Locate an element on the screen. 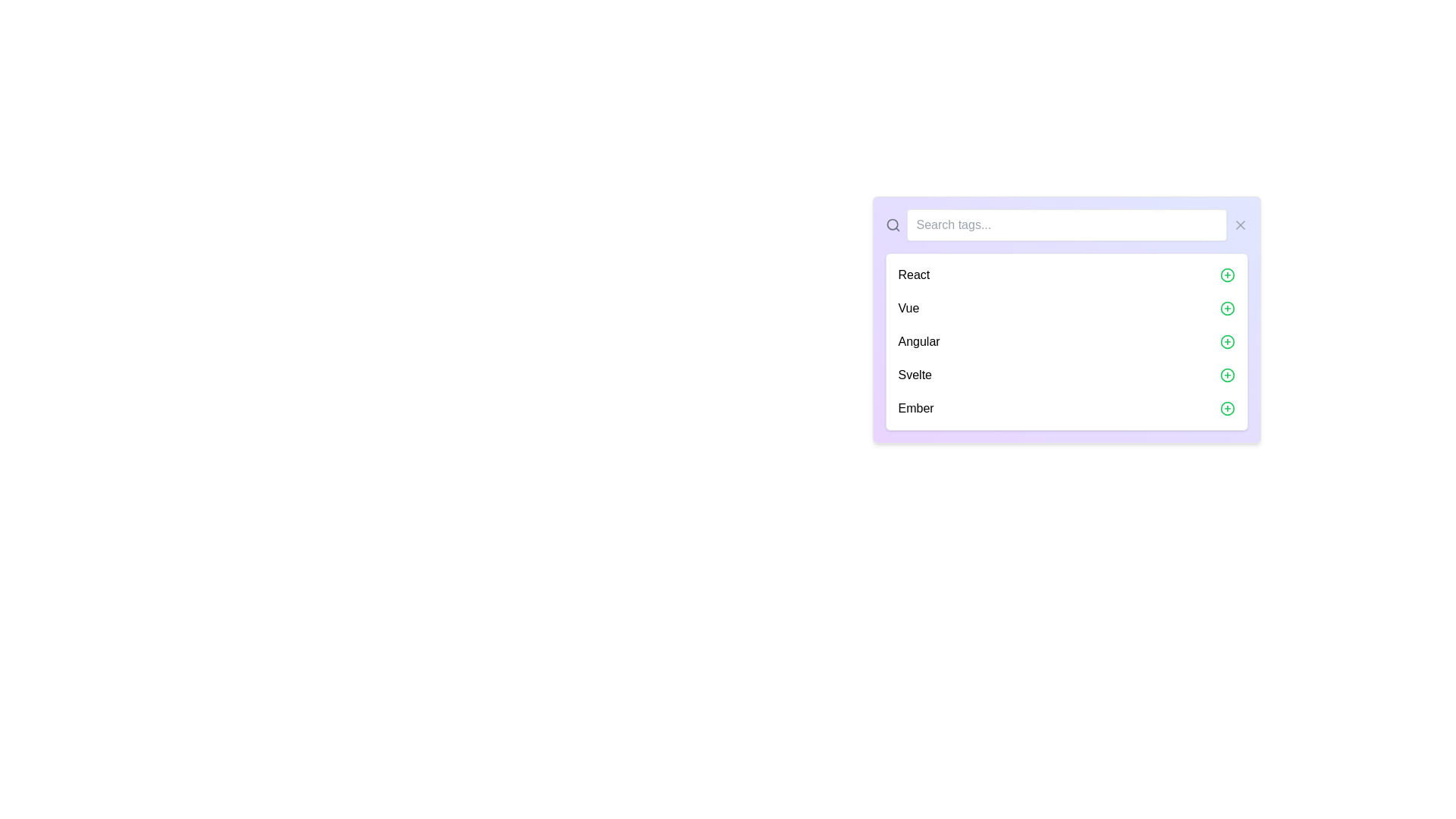 The image size is (1456, 819). the circular shape in the center of the green SVG plus icon, which is part of the row for the 'Vue' item in the list is located at coordinates (1227, 308).